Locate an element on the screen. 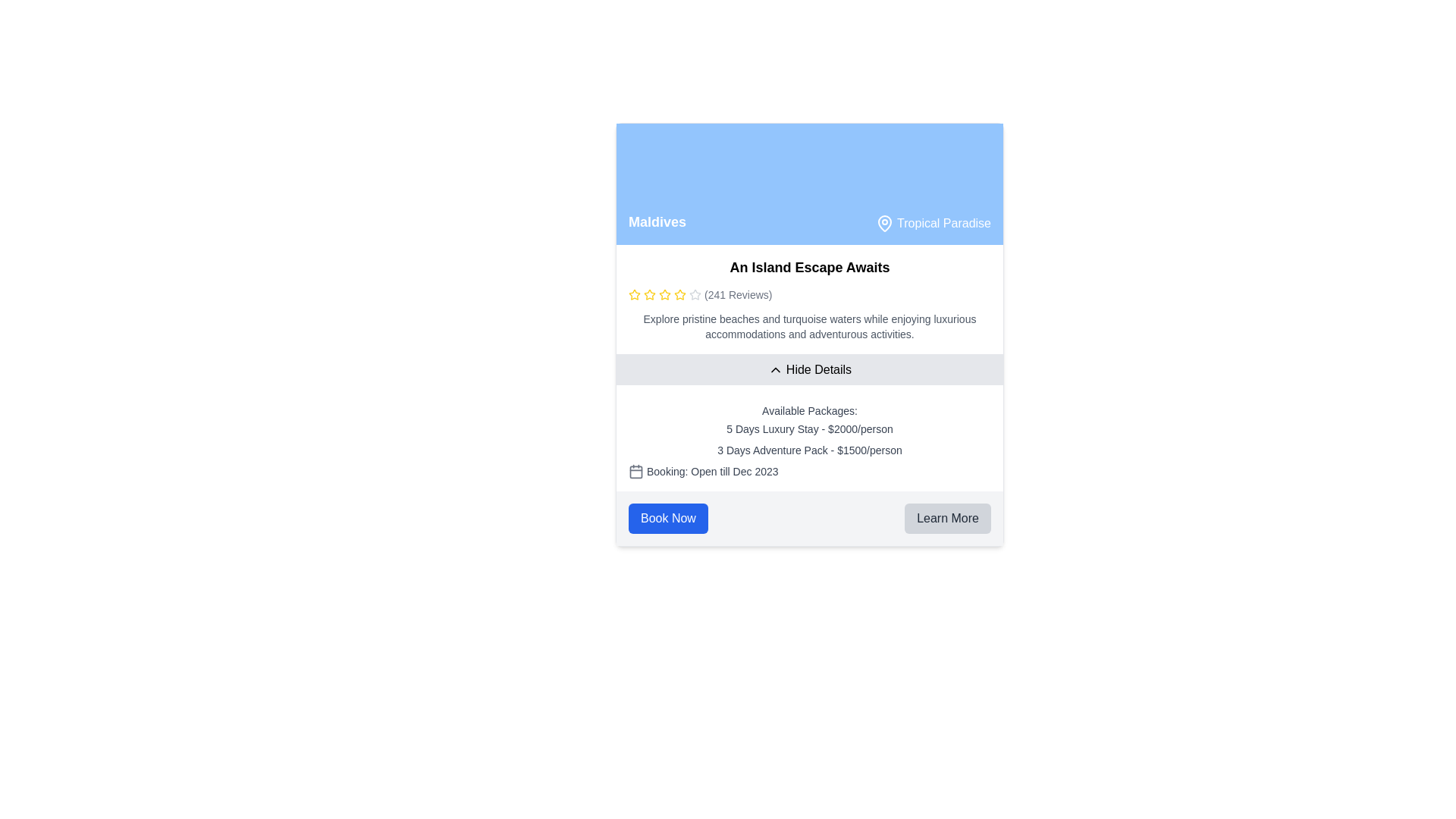  the heart-shaped map pin icon filled with soft blue color located adjacent to the text 'Tropical Paradise' at the top of the card is located at coordinates (885, 223).